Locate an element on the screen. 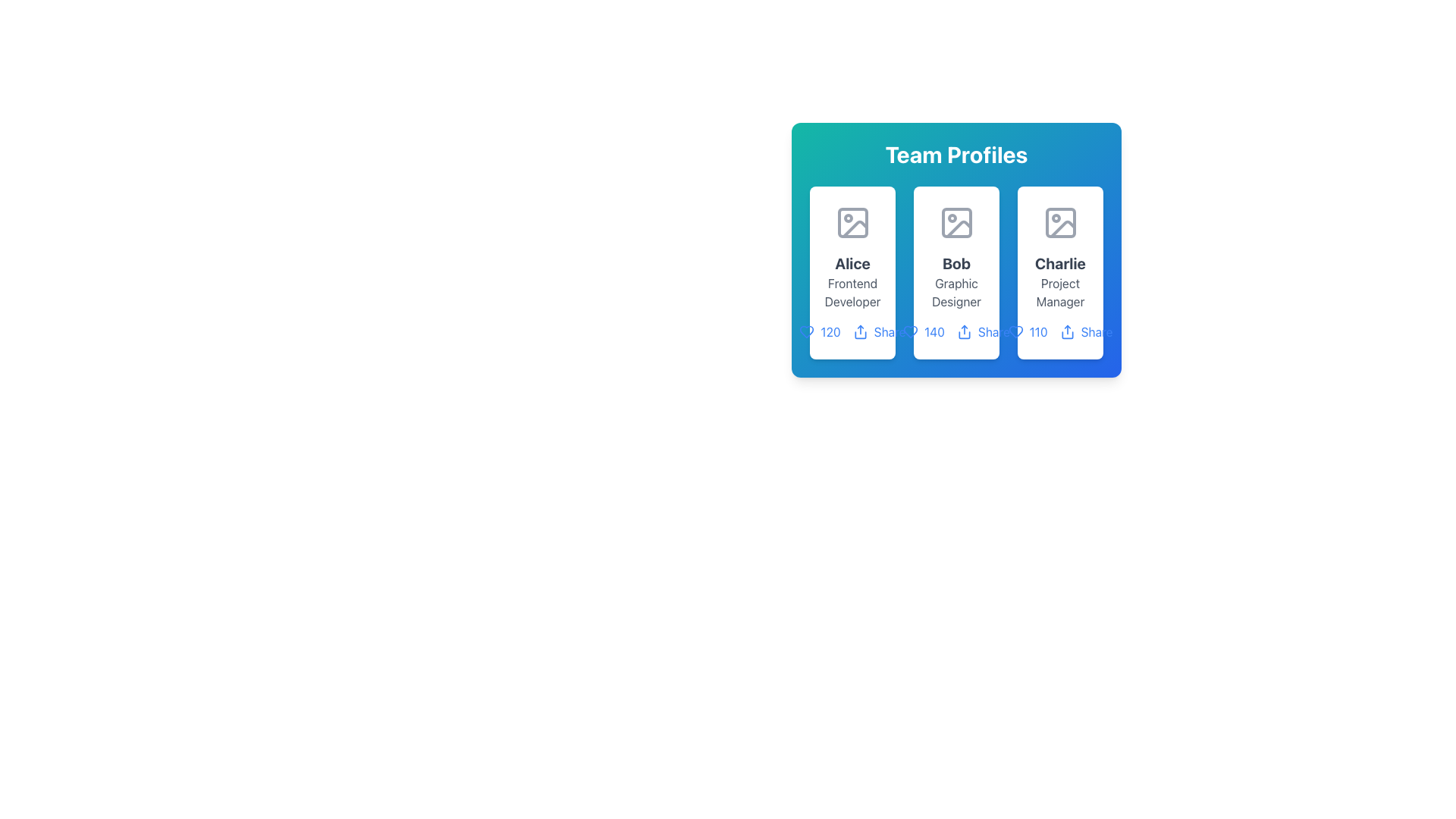  the 'Share' text button located within the 'Graphic Designer' profile card below the name 'Bob' is located at coordinates (955, 331).